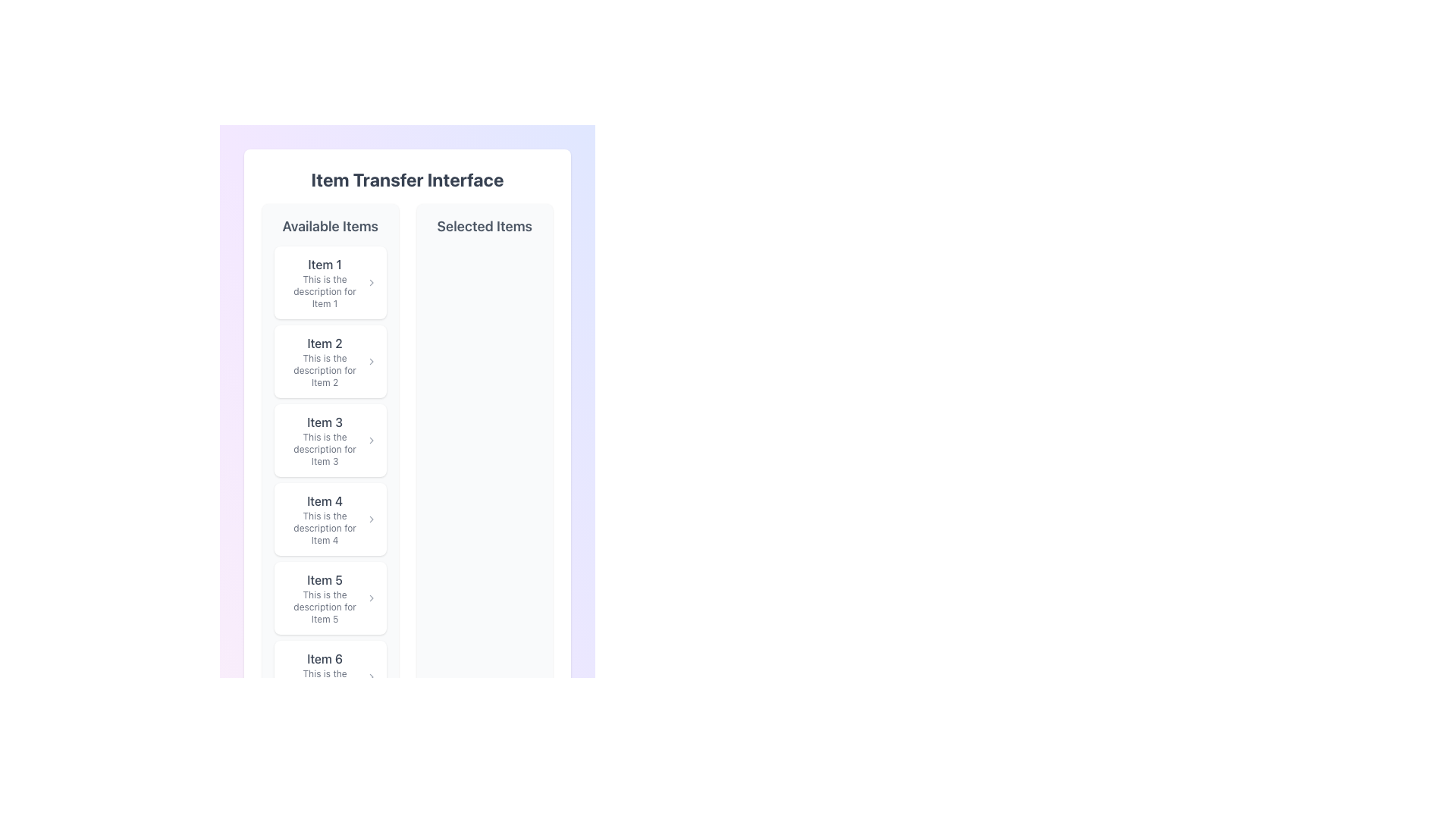  I want to click on the first list item with text and an icon in the Available Items column of the Item Transfer Interface, so click(329, 283).